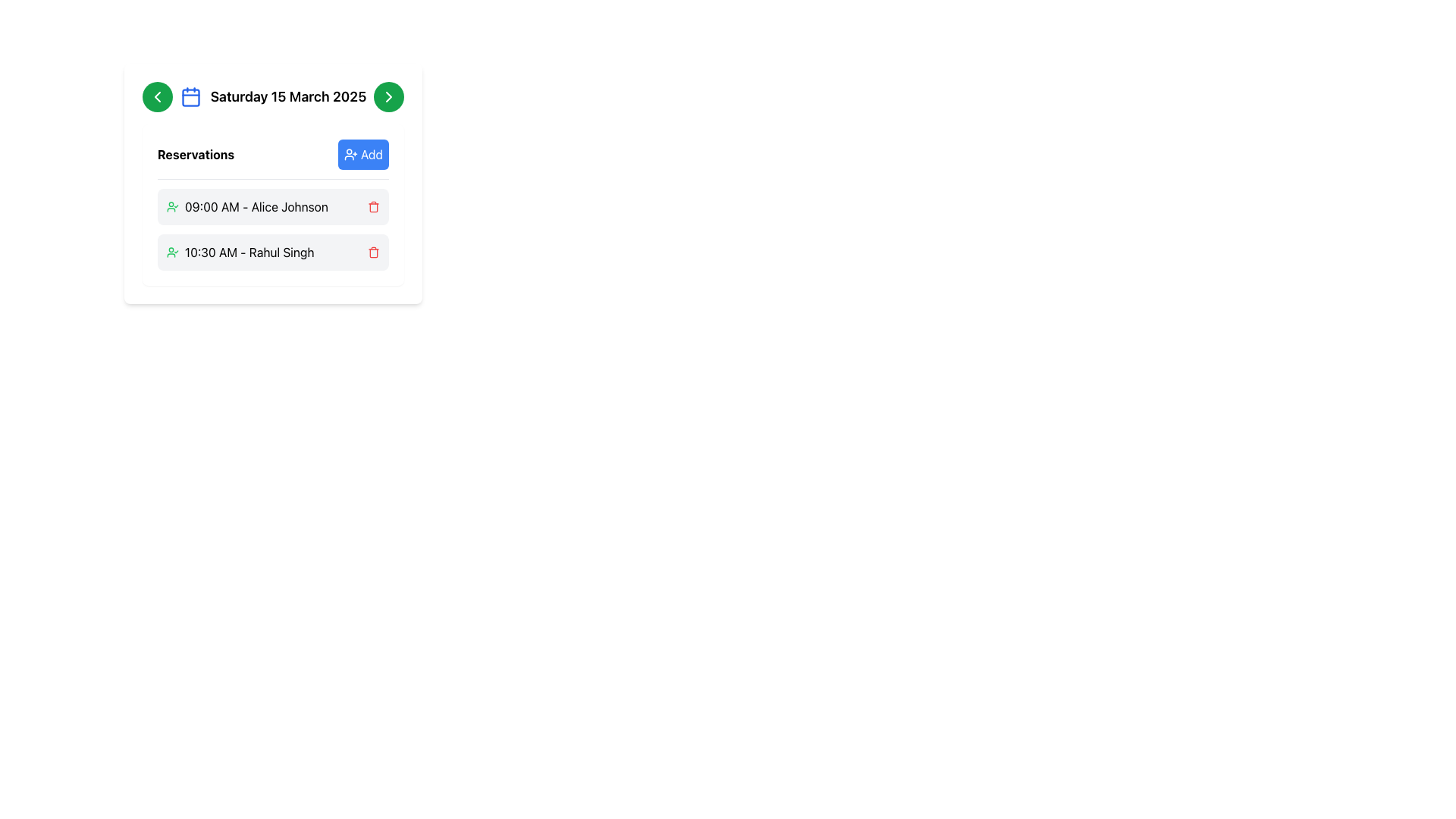 The width and height of the screenshot is (1456, 819). Describe the element at coordinates (172, 207) in the screenshot. I see `the green user-check icon located next to the text '09:00 AM - Alice Johnson' in the Reservations section` at that location.